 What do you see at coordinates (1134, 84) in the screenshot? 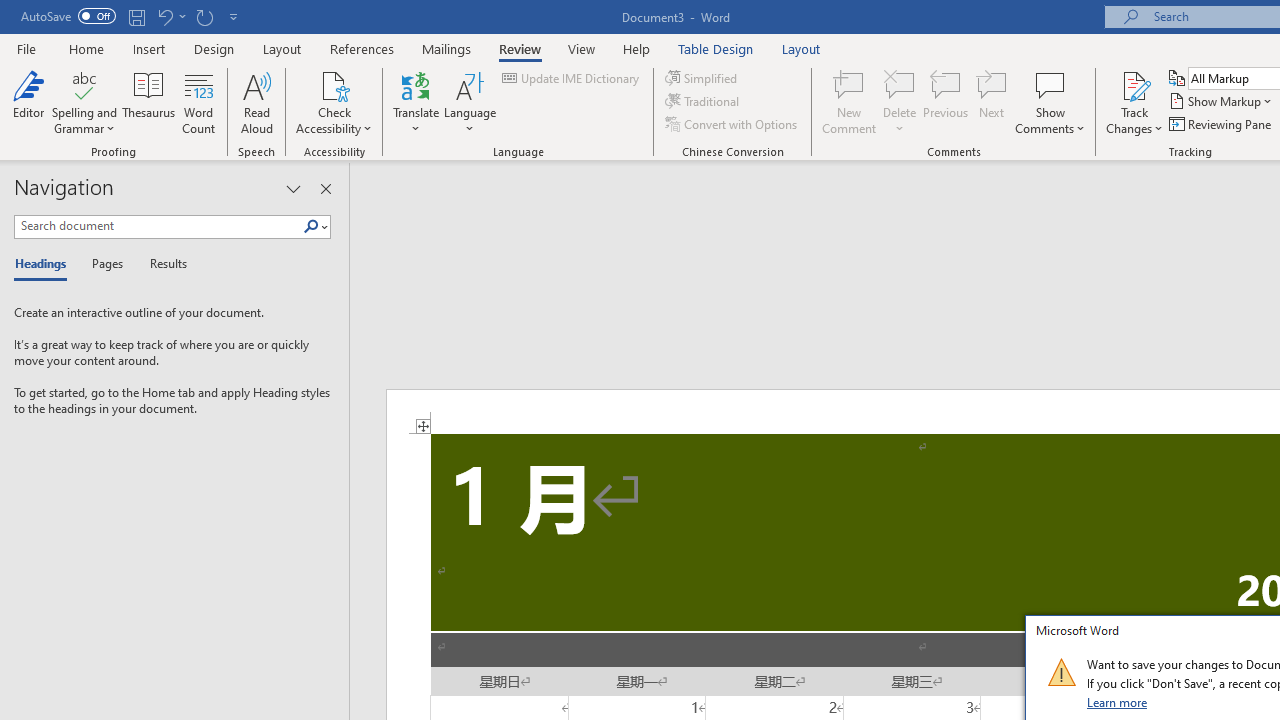
I see `'Track Changes'` at bounding box center [1134, 84].